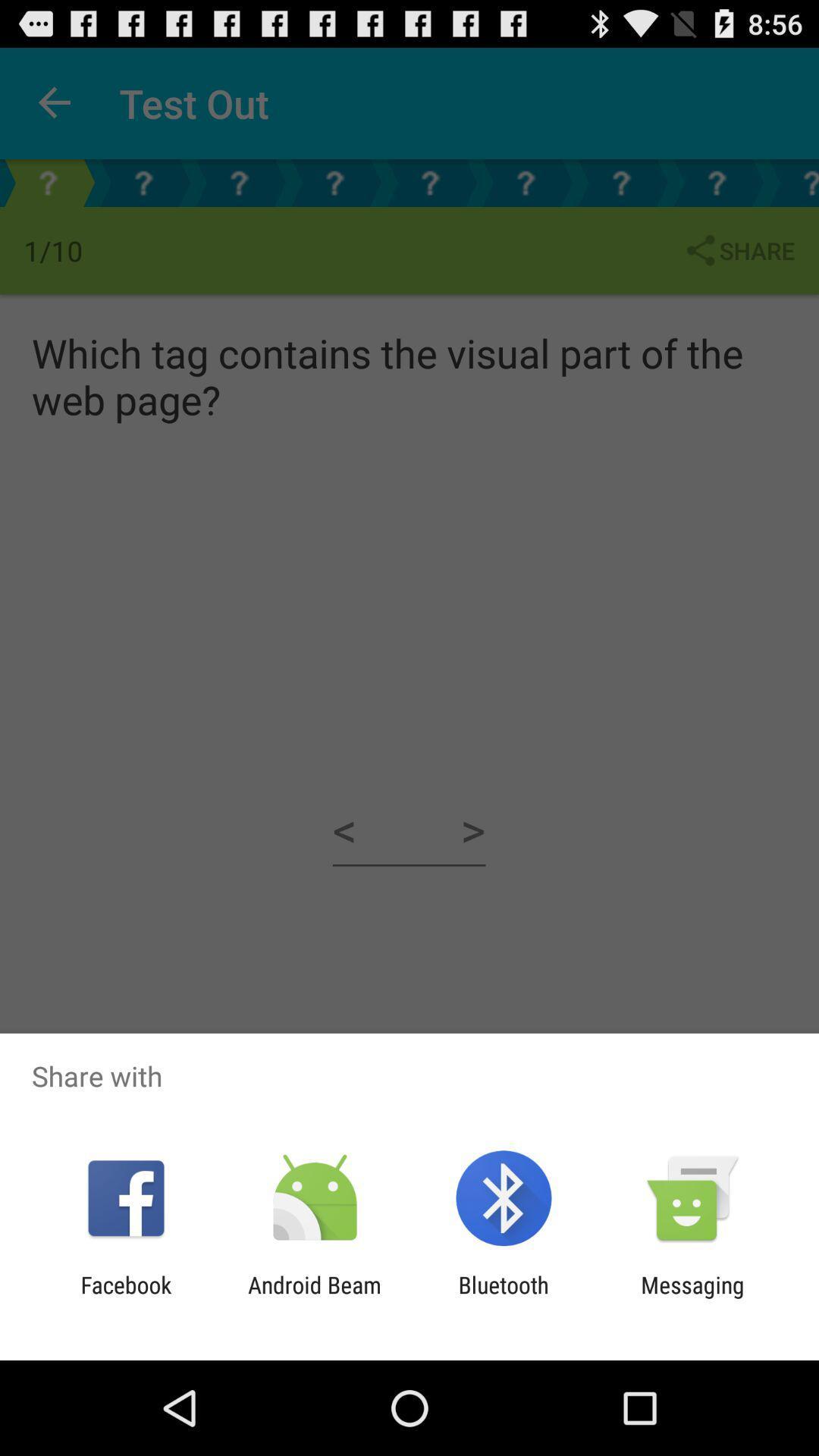 The width and height of the screenshot is (819, 1456). Describe the element at coordinates (504, 1298) in the screenshot. I see `the icon next to android beam app` at that location.